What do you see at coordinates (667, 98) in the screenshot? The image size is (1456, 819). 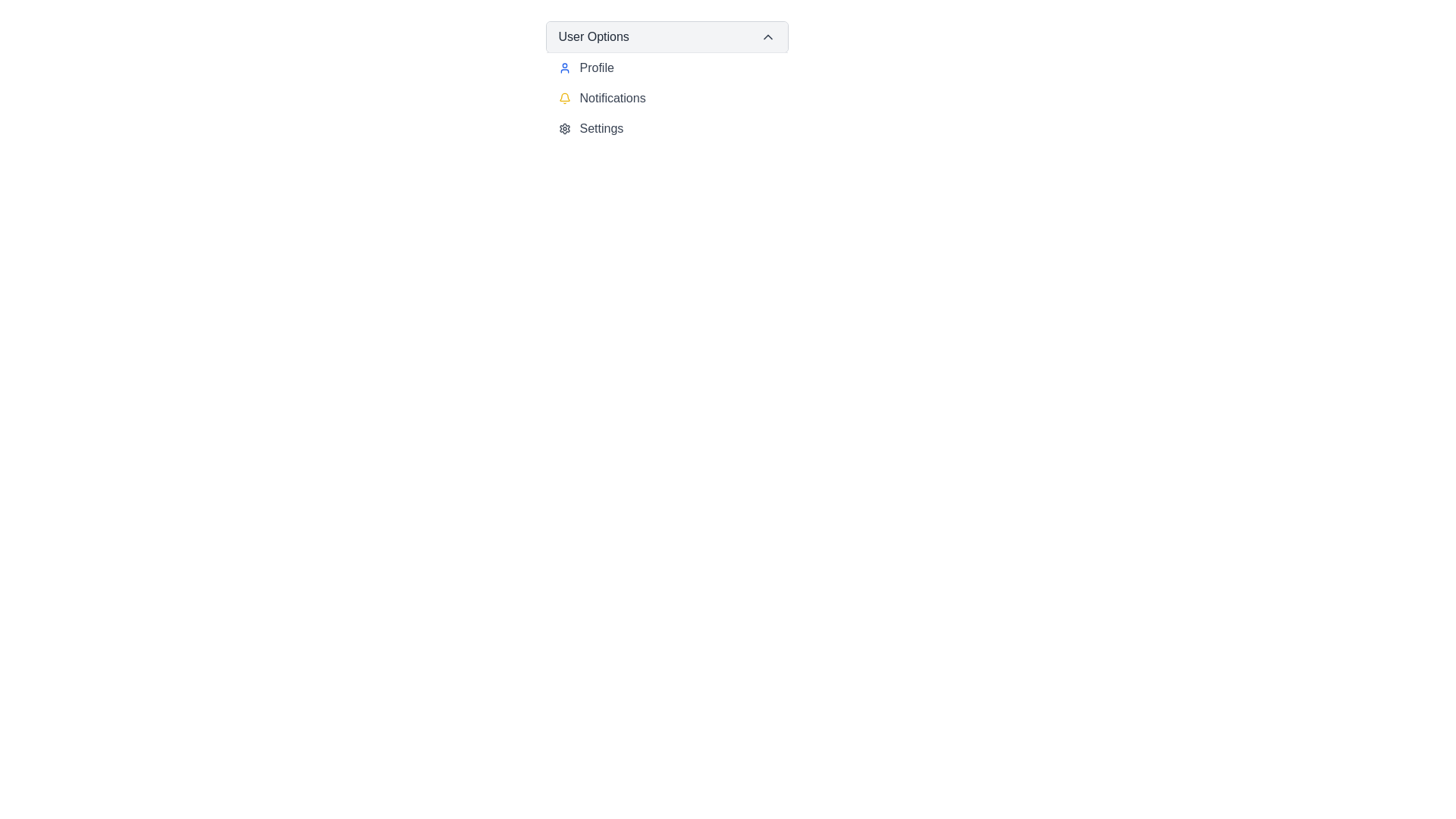 I see `the 'Notifications' menu item located in the 'User Options' section` at bounding box center [667, 98].